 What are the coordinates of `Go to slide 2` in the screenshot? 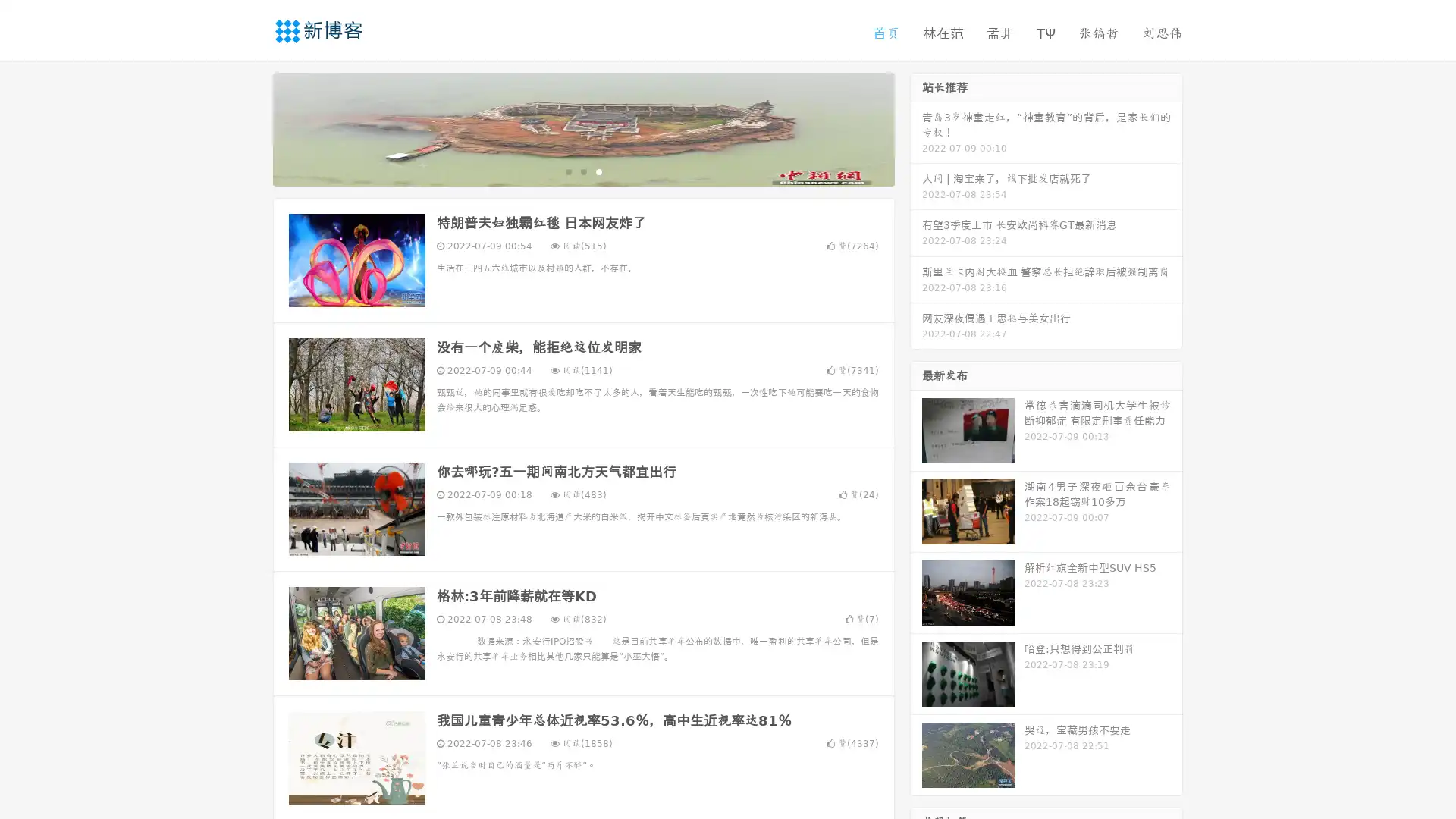 It's located at (582, 171).